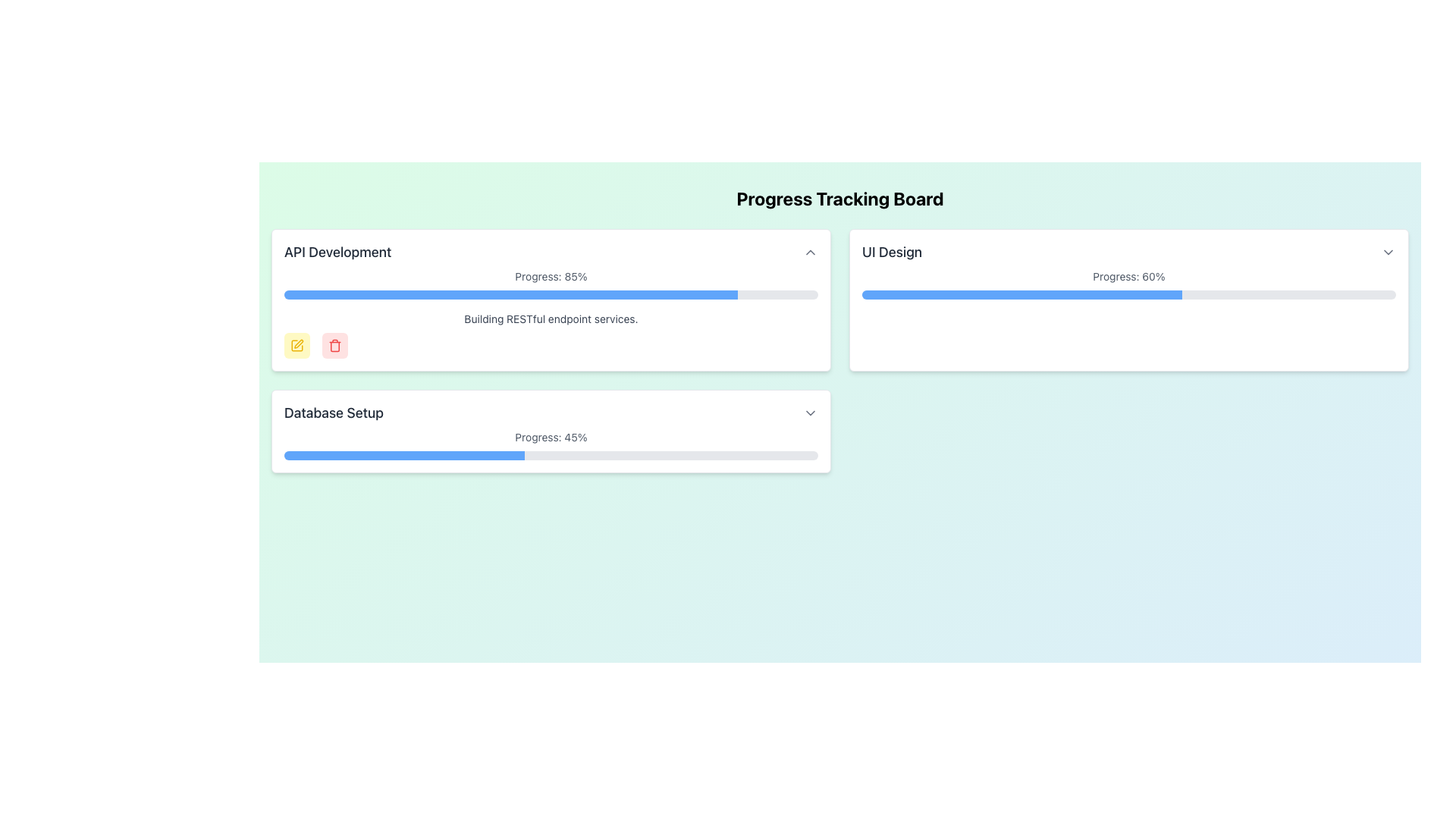 Image resolution: width=1456 pixels, height=819 pixels. Describe the element at coordinates (1128, 277) in the screenshot. I see `displayed progress value from the text element showing 'Progress: 60%' located under the main title in the 'UI Design' section` at that location.